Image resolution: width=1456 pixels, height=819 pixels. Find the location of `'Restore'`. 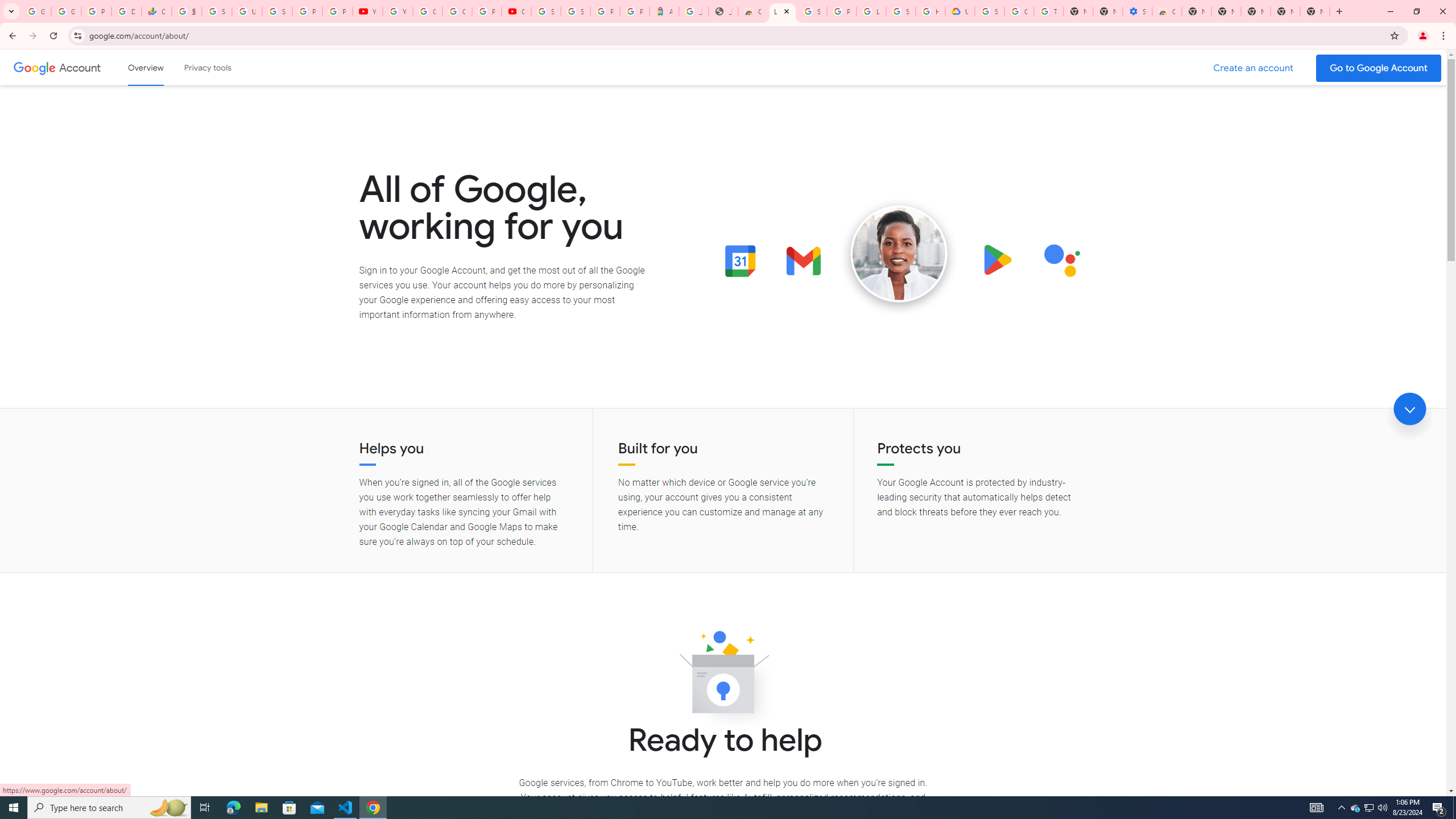

'Restore' is located at coordinates (1416, 11).